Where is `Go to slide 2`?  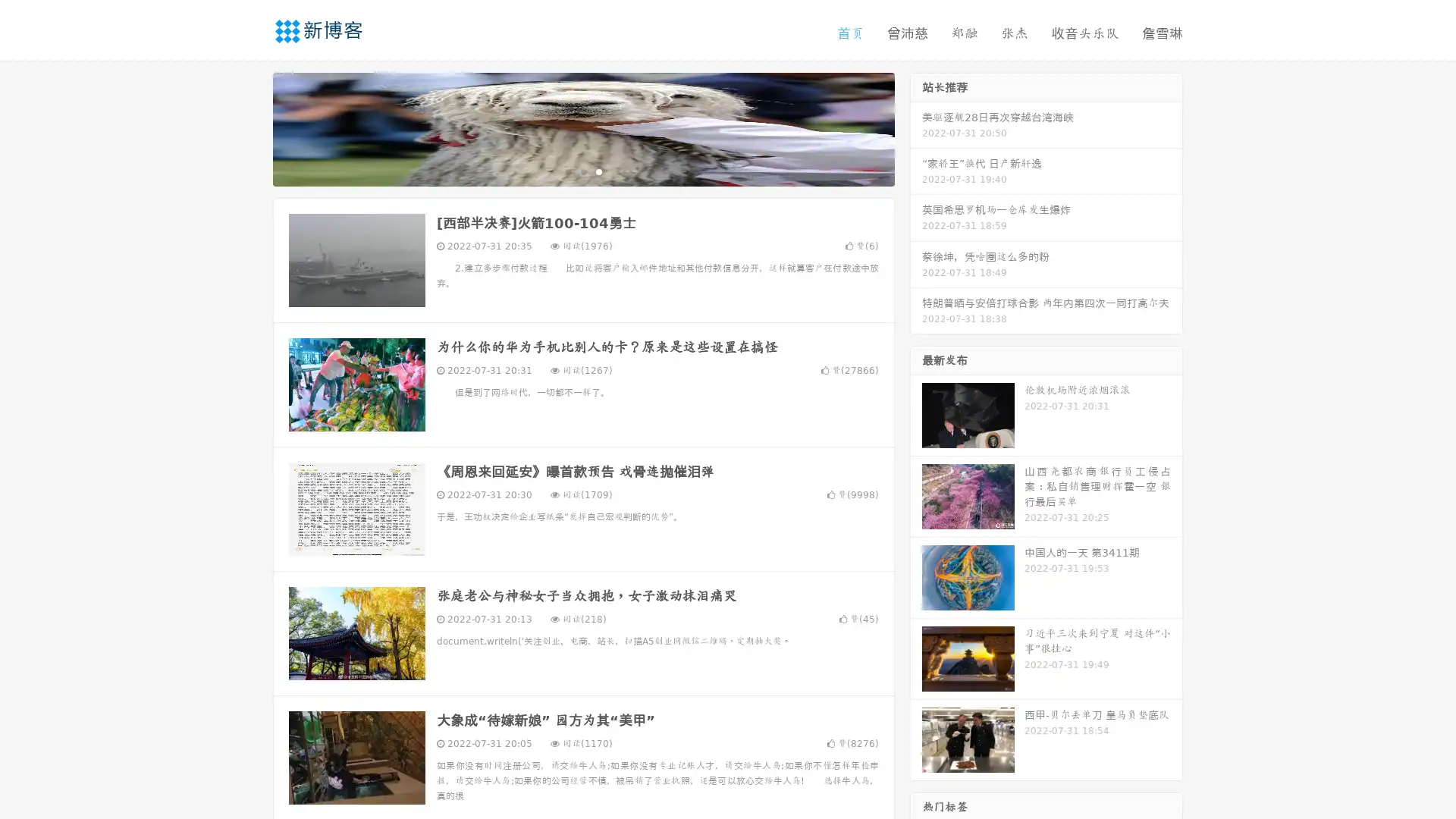 Go to slide 2 is located at coordinates (582, 171).